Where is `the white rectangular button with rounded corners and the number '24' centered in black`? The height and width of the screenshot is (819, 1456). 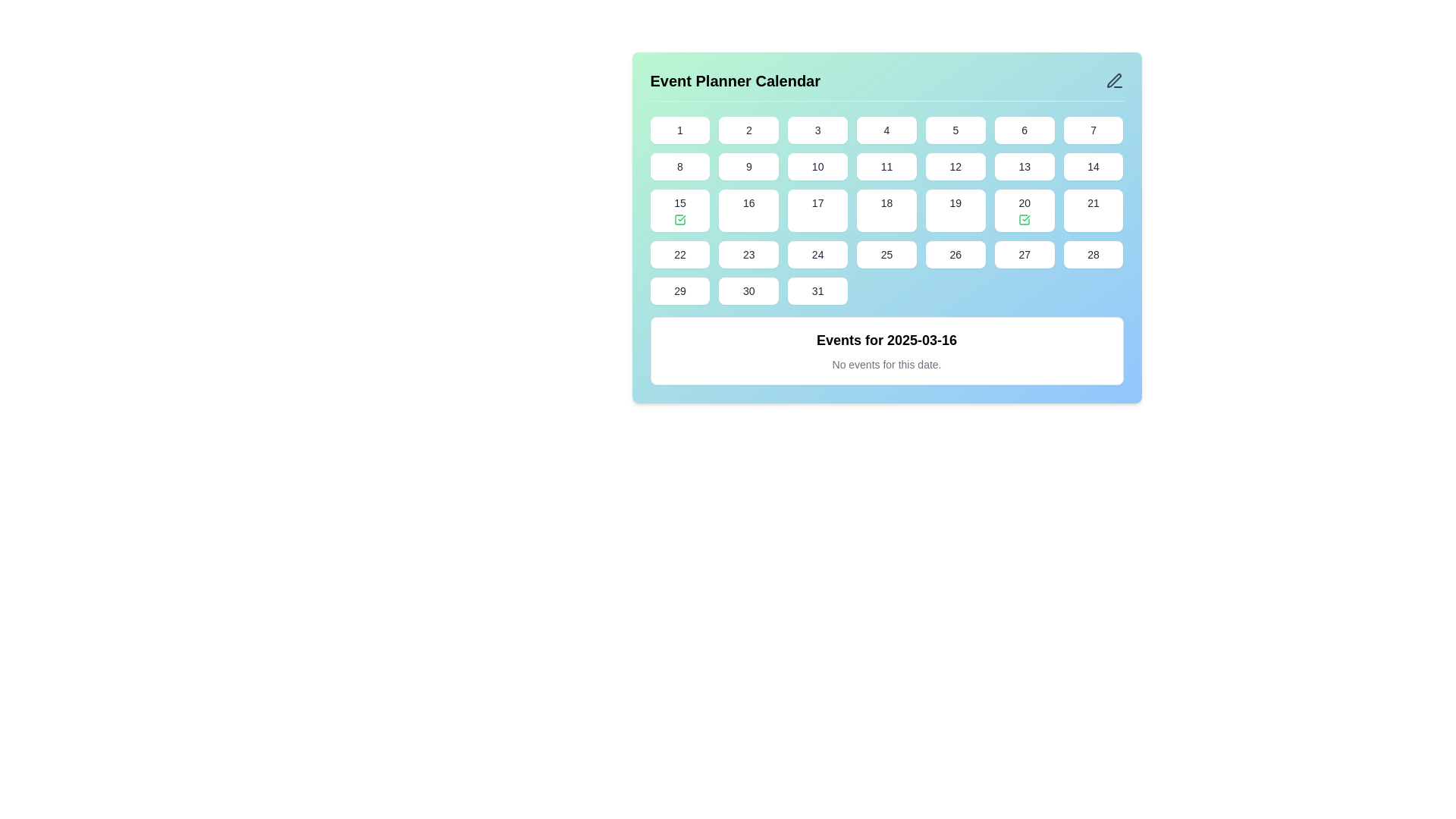 the white rectangular button with rounded corners and the number '24' centered in black is located at coordinates (817, 253).